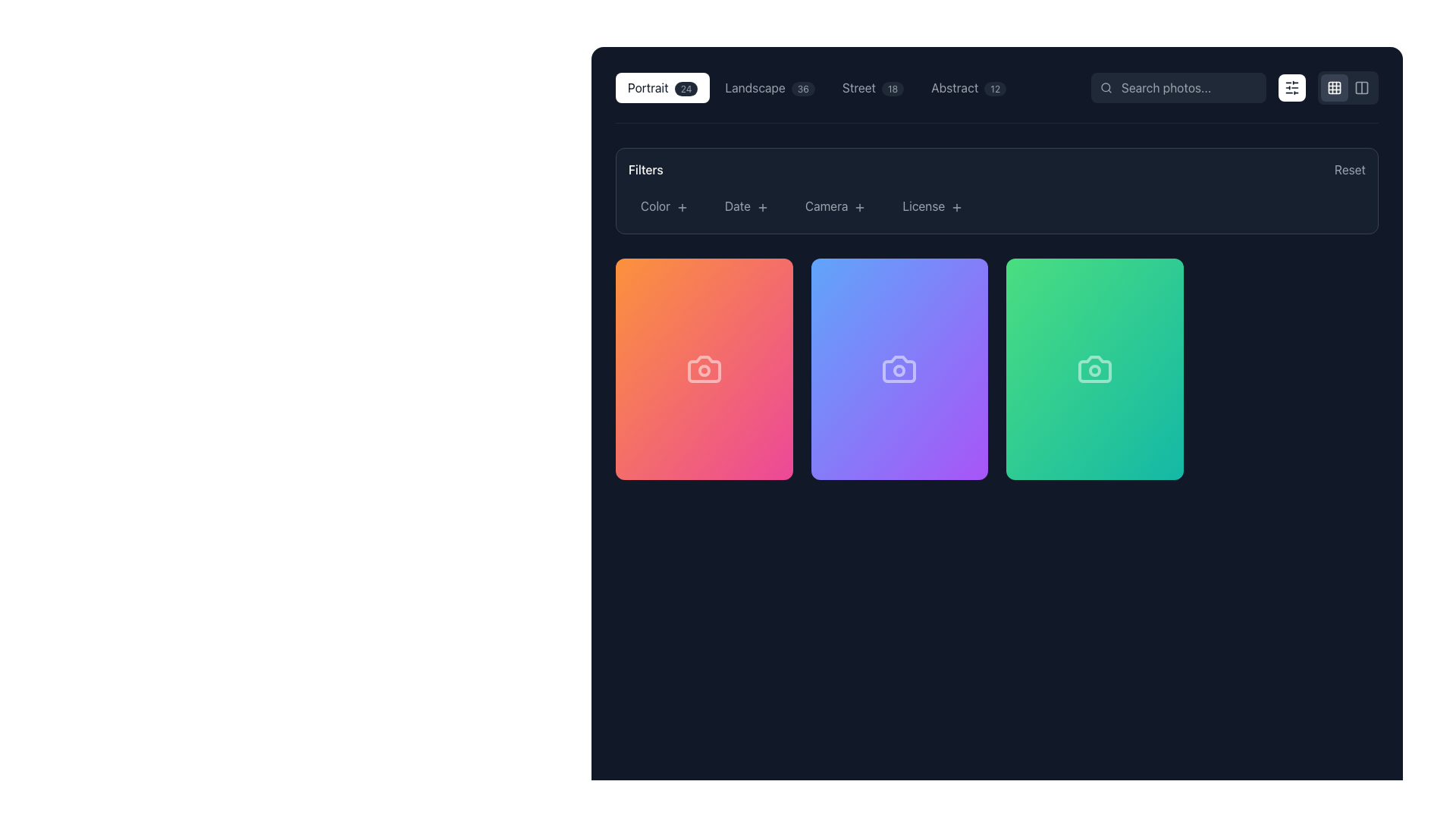 Image resolution: width=1456 pixels, height=819 pixels. Describe the element at coordinates (1094, 370) in the screenshot. I see `the circular SVG-rendered camera icon lens, which is part of the third box in a horizontal series of three camera icons` at that location.